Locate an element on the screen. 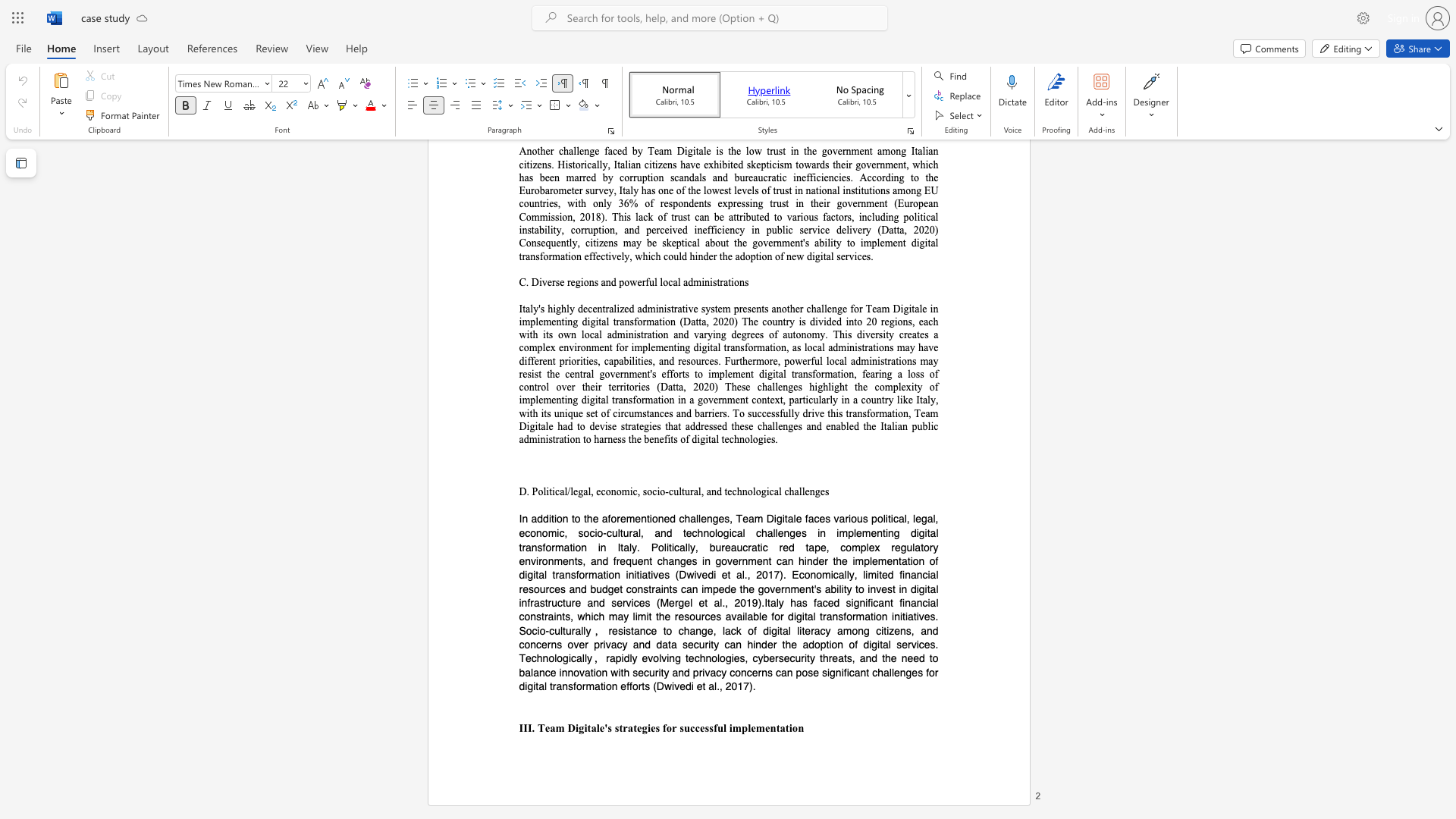 The width and height of the screenshot is (1456, 819). the subset text "ies, cybersecurity threats, and the need to balance innovation with security and privacy concerns can pose sign" within the text "rapidly evolving technologies, cybersecurity threats, and the need to balance innovation with security and privacy concerns can pose significant" is located at coordinates (731, 657).